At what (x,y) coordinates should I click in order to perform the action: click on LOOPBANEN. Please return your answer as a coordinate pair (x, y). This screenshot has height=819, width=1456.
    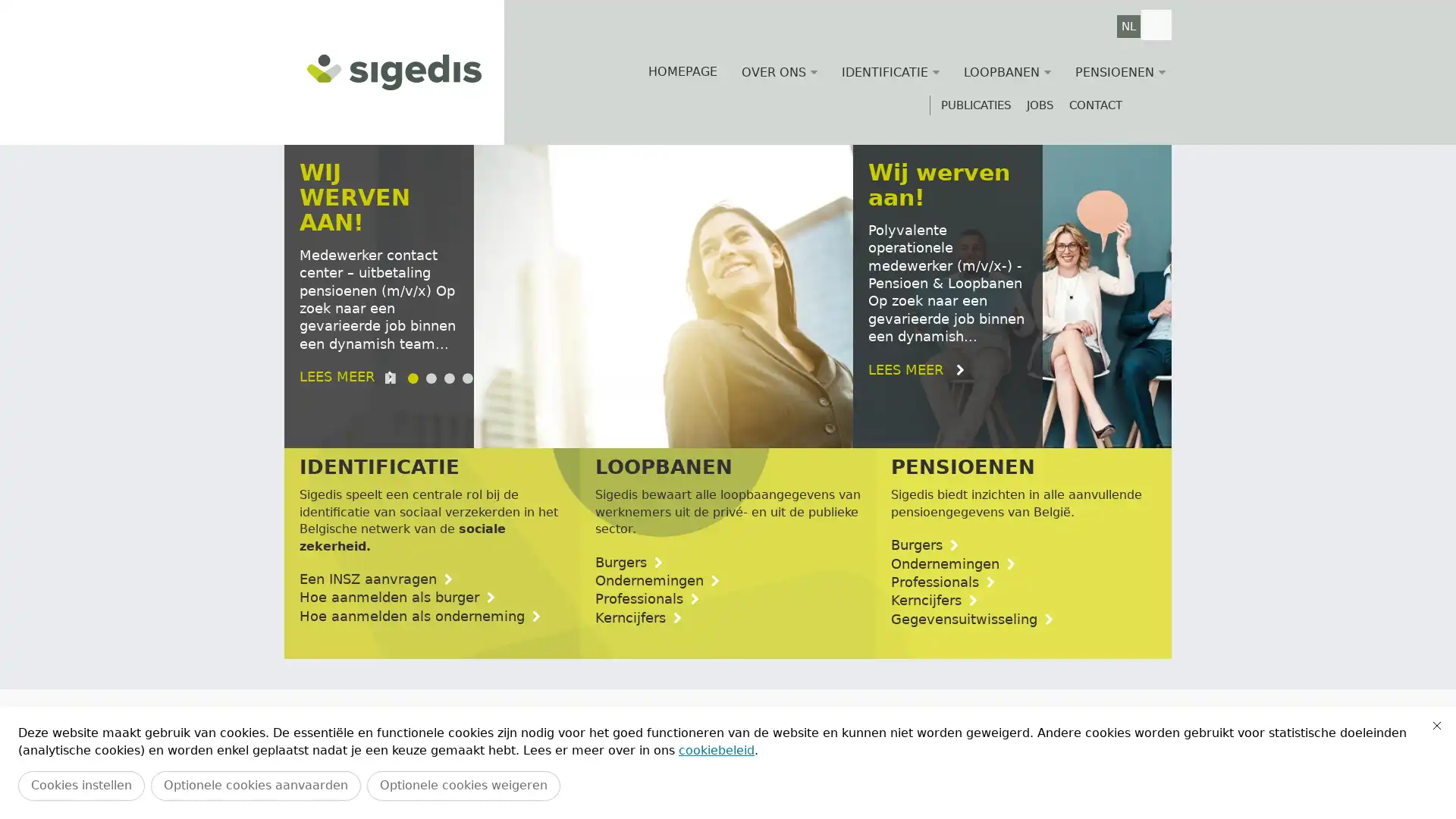
    Looking at the image, I should click on (1007, 72).